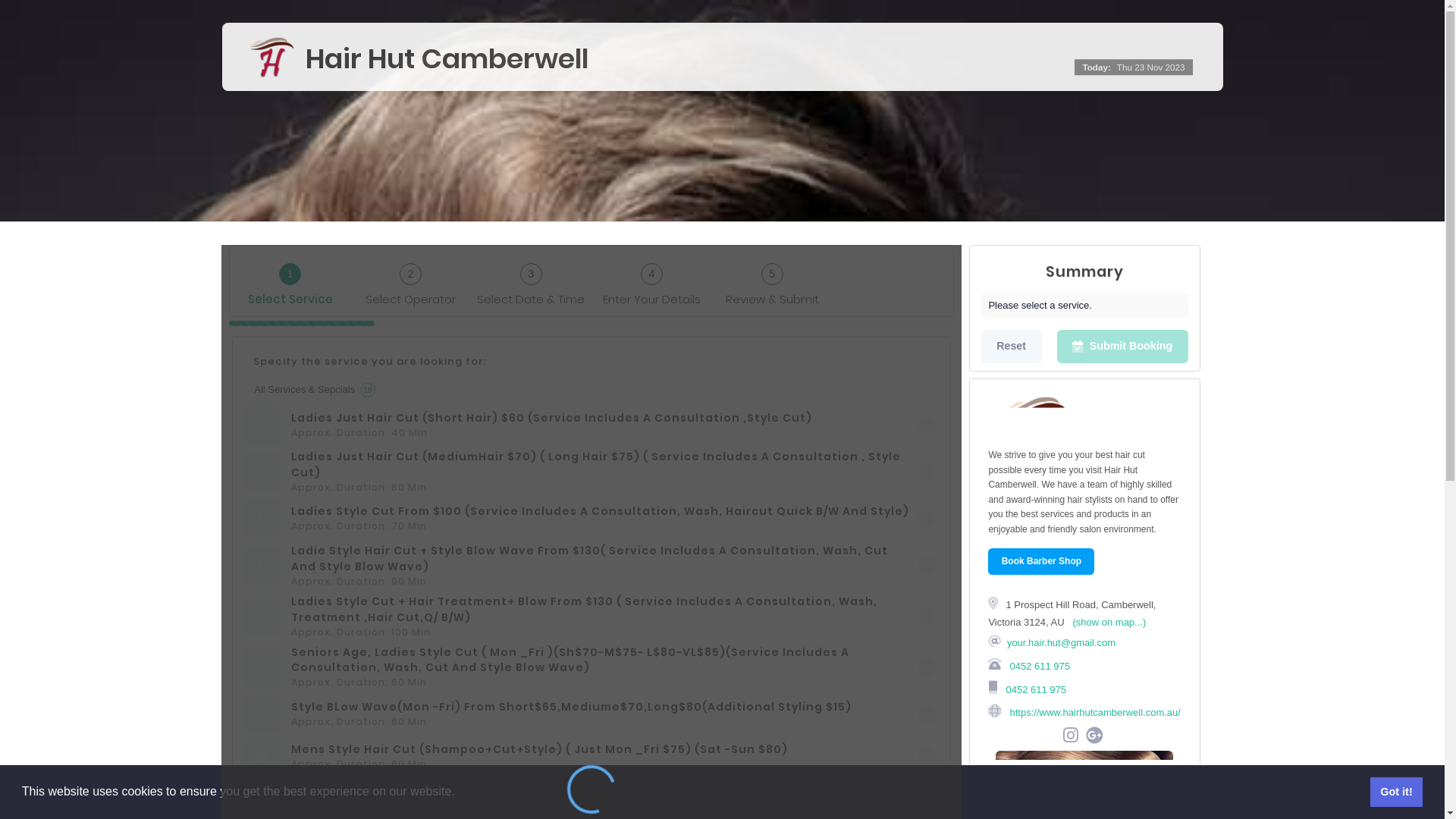 The height and width of the screenshot is (819, 1456). Describe the element at coordinates (1395, 791) in the screenshot. I see `'Got it!'` at that location.